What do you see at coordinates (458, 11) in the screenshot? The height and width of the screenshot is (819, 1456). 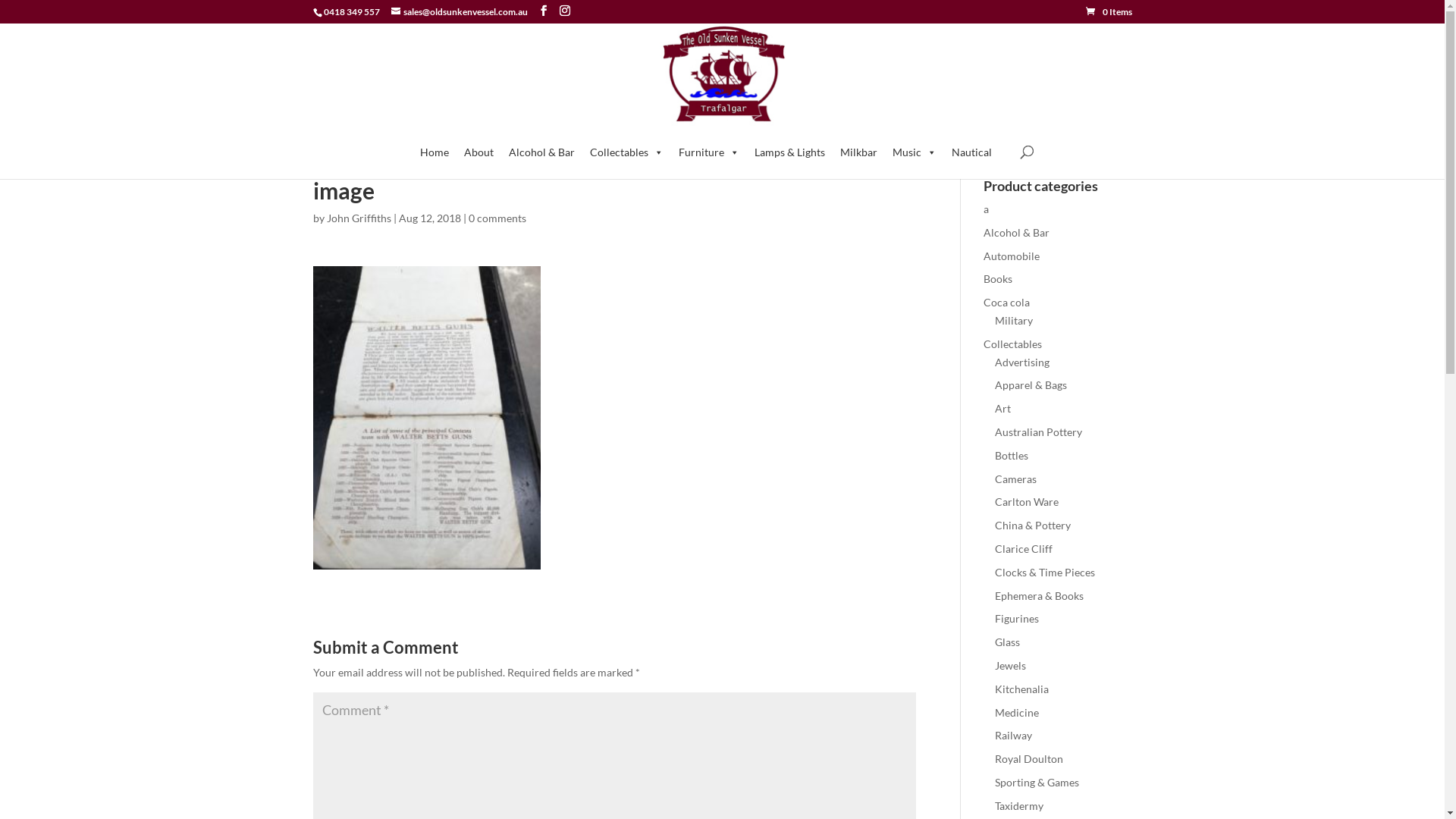 I see `'sales@oldsunkenvessel.com.au'` at bounding box center [458, 11].